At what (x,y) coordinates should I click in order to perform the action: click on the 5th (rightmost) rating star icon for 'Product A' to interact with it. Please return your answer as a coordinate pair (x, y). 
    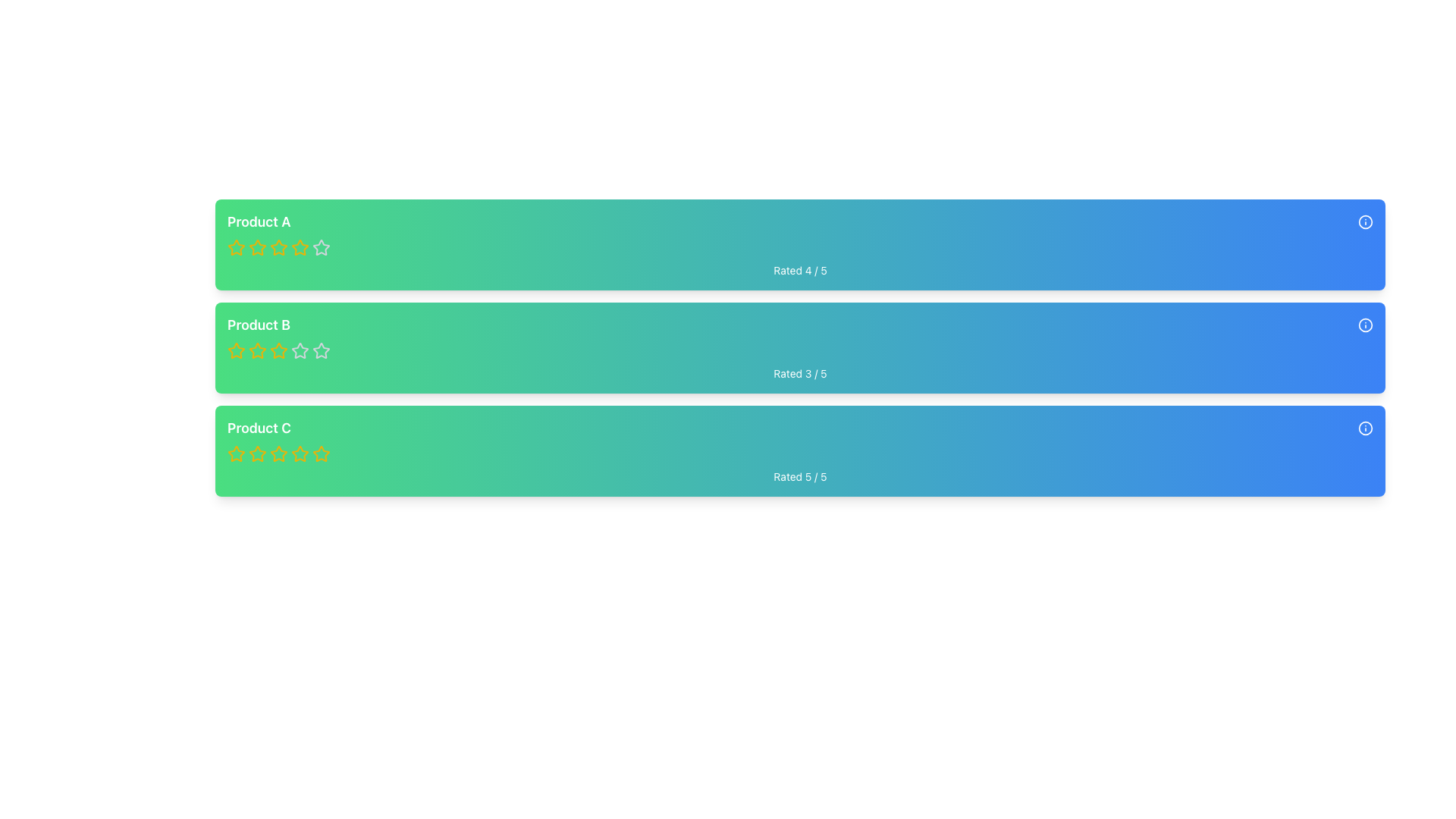
    Looking at the image, I should click on (320, 247).